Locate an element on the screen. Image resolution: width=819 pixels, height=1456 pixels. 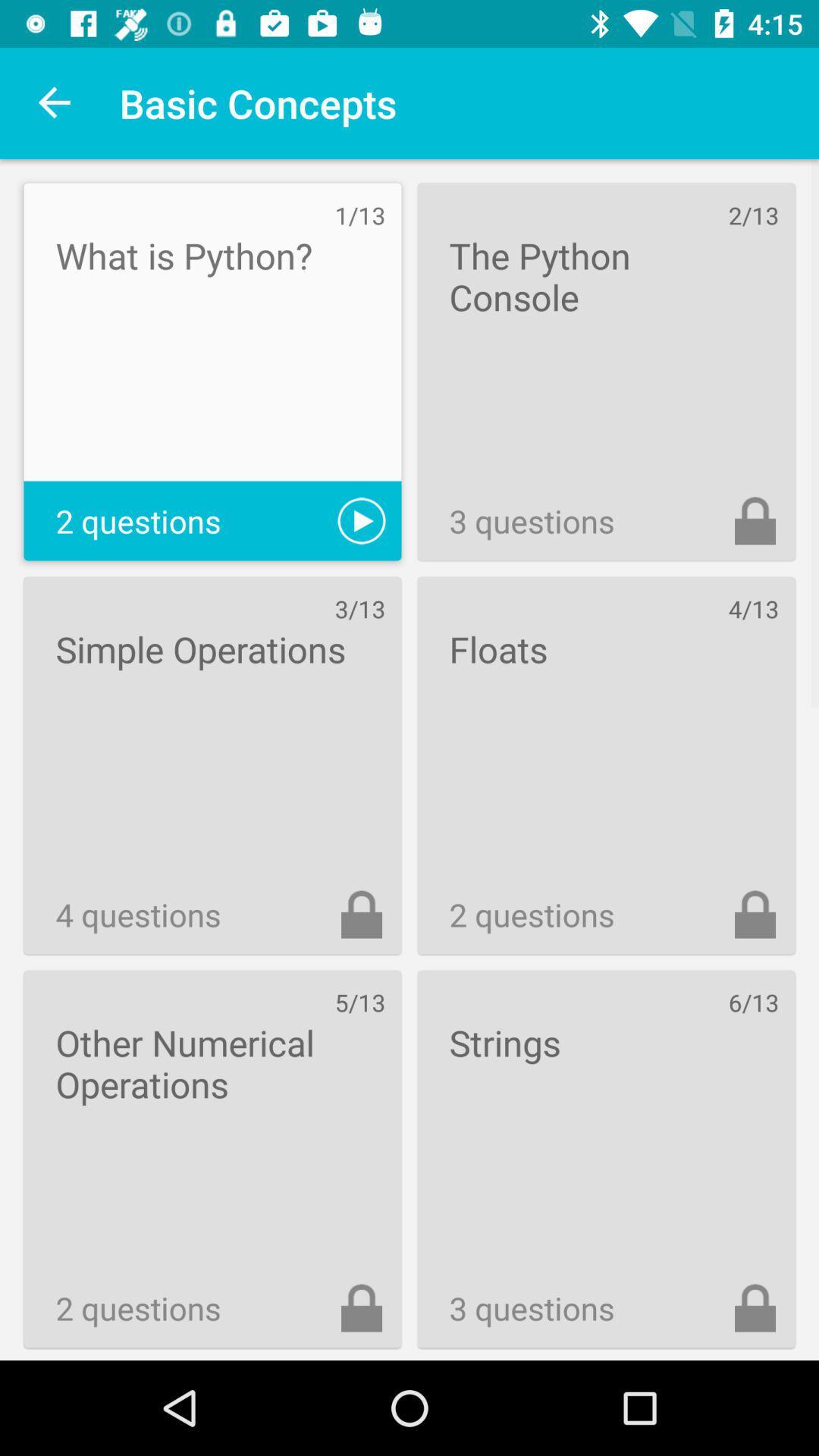
the icon to the left of basic concepts item is located at coordinates (55, 102).